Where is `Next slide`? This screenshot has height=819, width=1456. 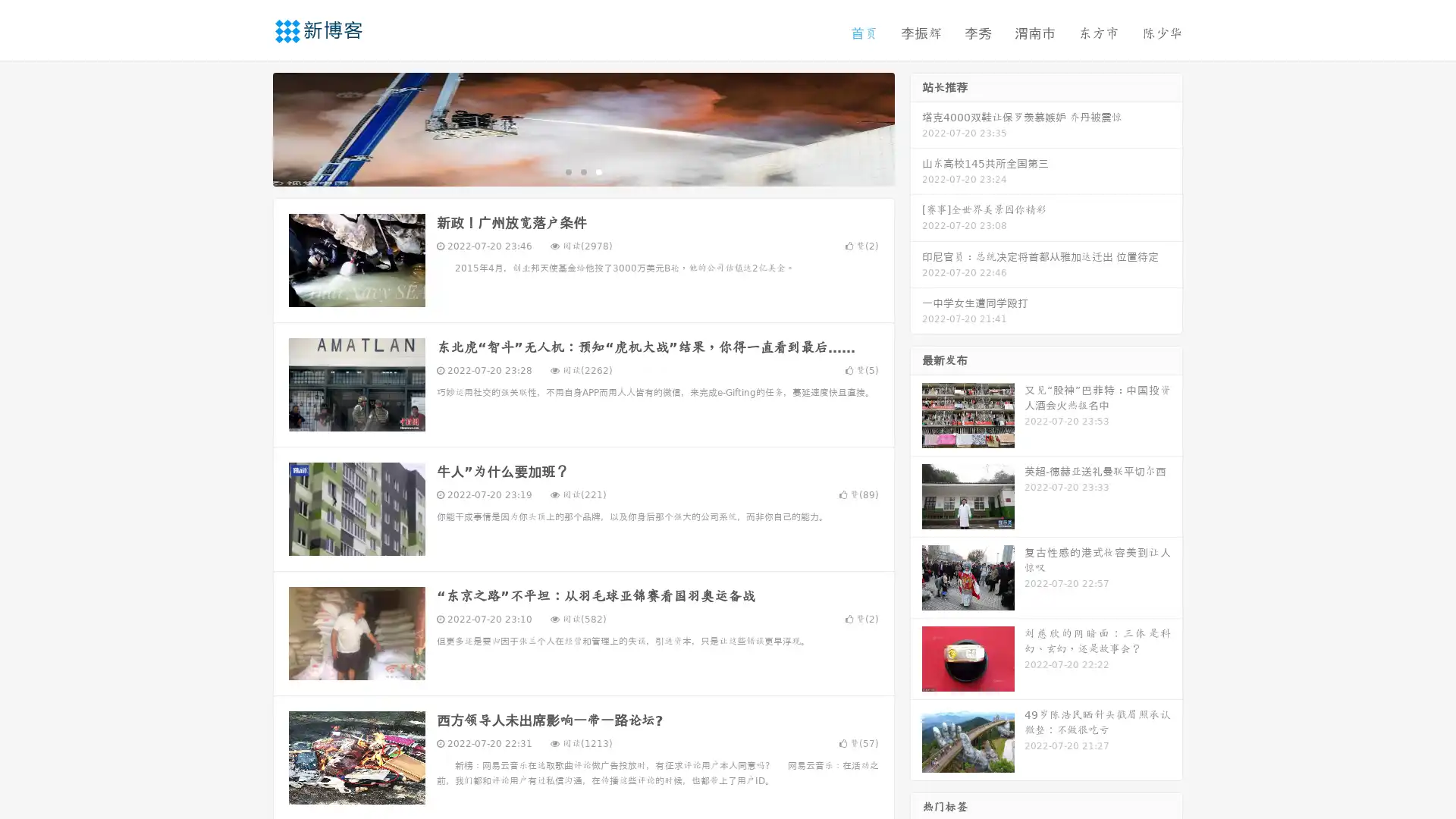
Next slide is located at coordinates (916, 127).